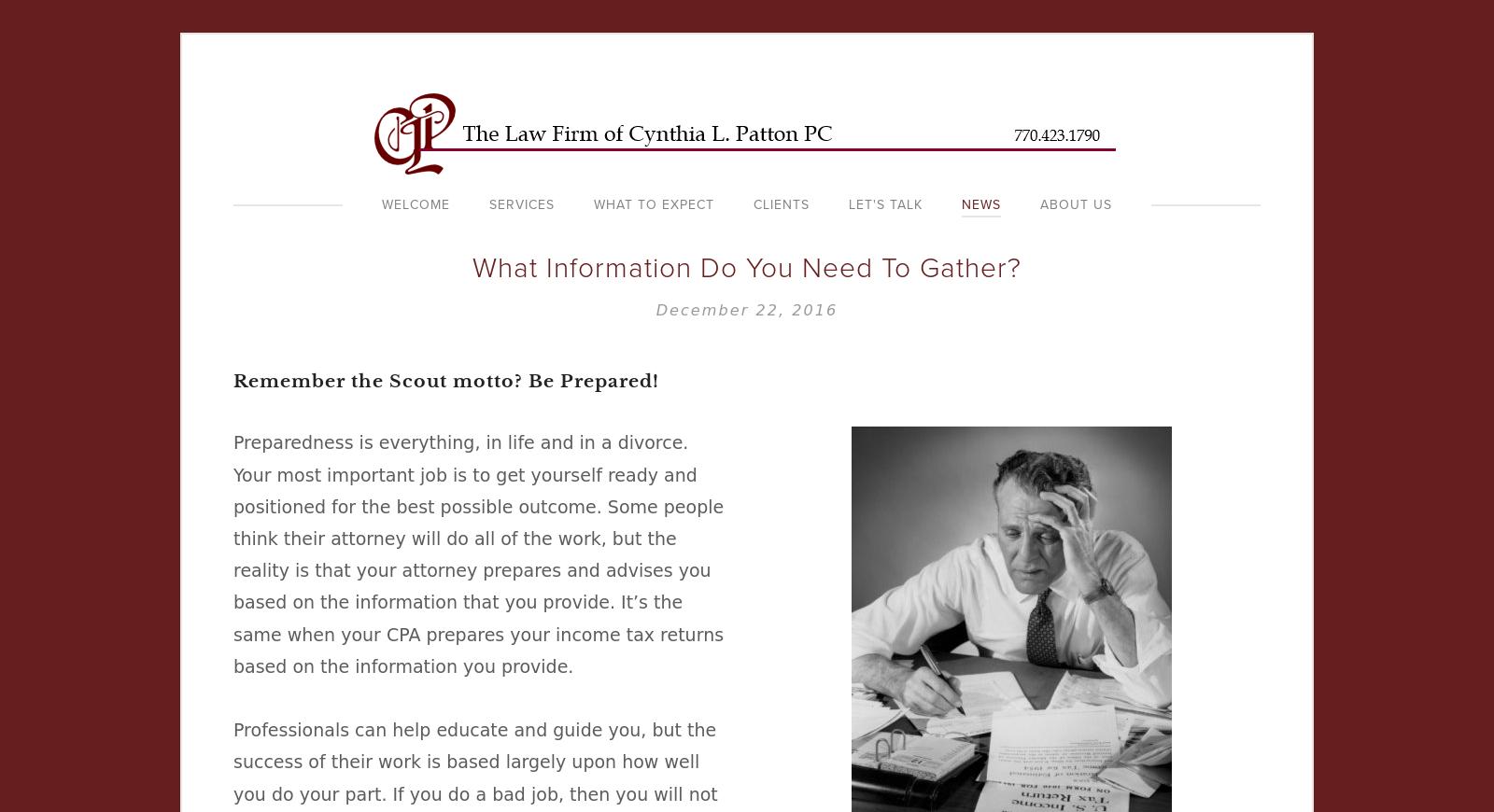  I want to click on 'Remember the Scout motto? Be Prepared!', so click(444, 380).